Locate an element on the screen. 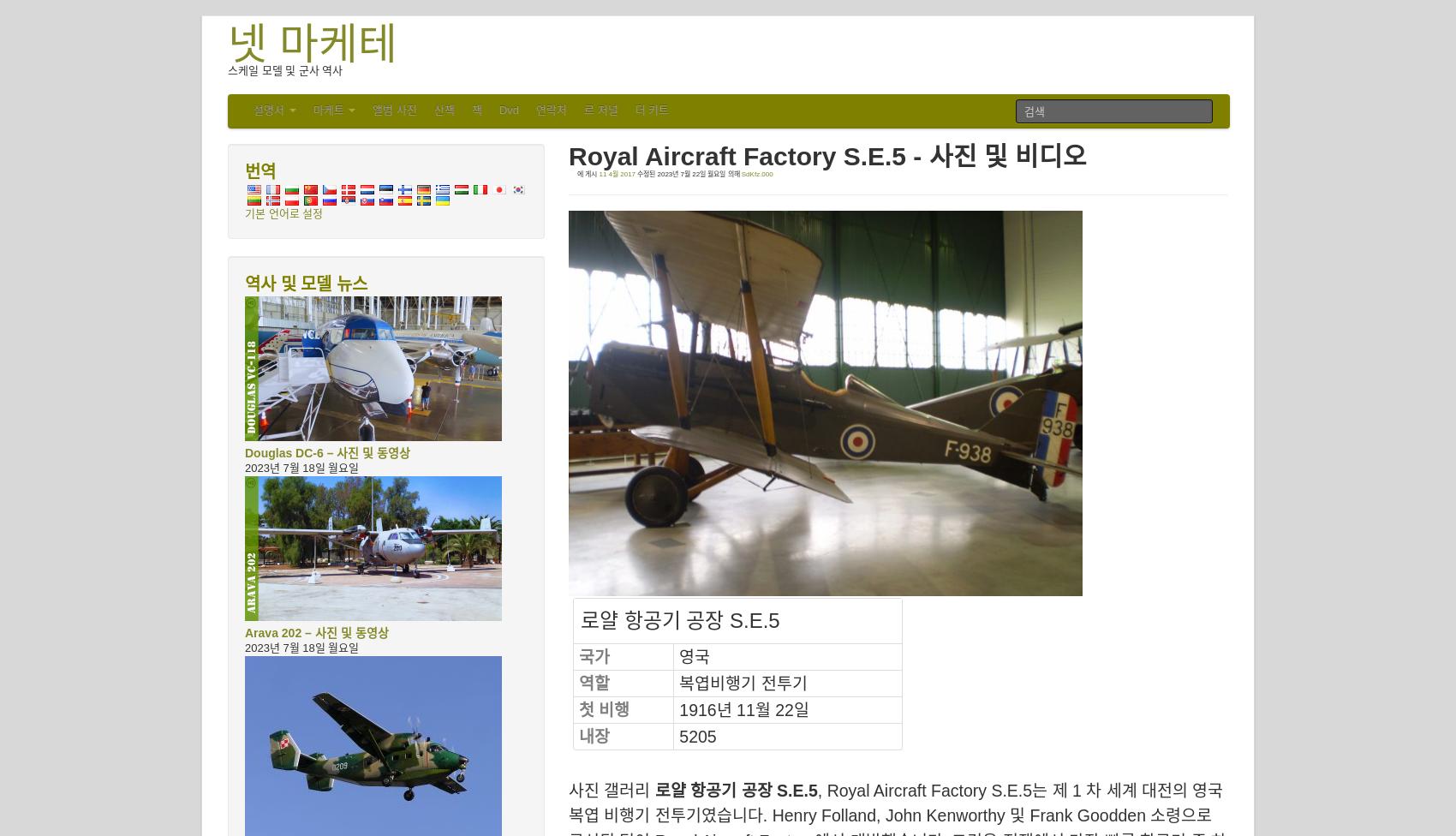 The height and width of the screenshot is (836, 1456). 'Douglas DC-6 – 사진 및 동영상' is located at coordinates (326, 452).